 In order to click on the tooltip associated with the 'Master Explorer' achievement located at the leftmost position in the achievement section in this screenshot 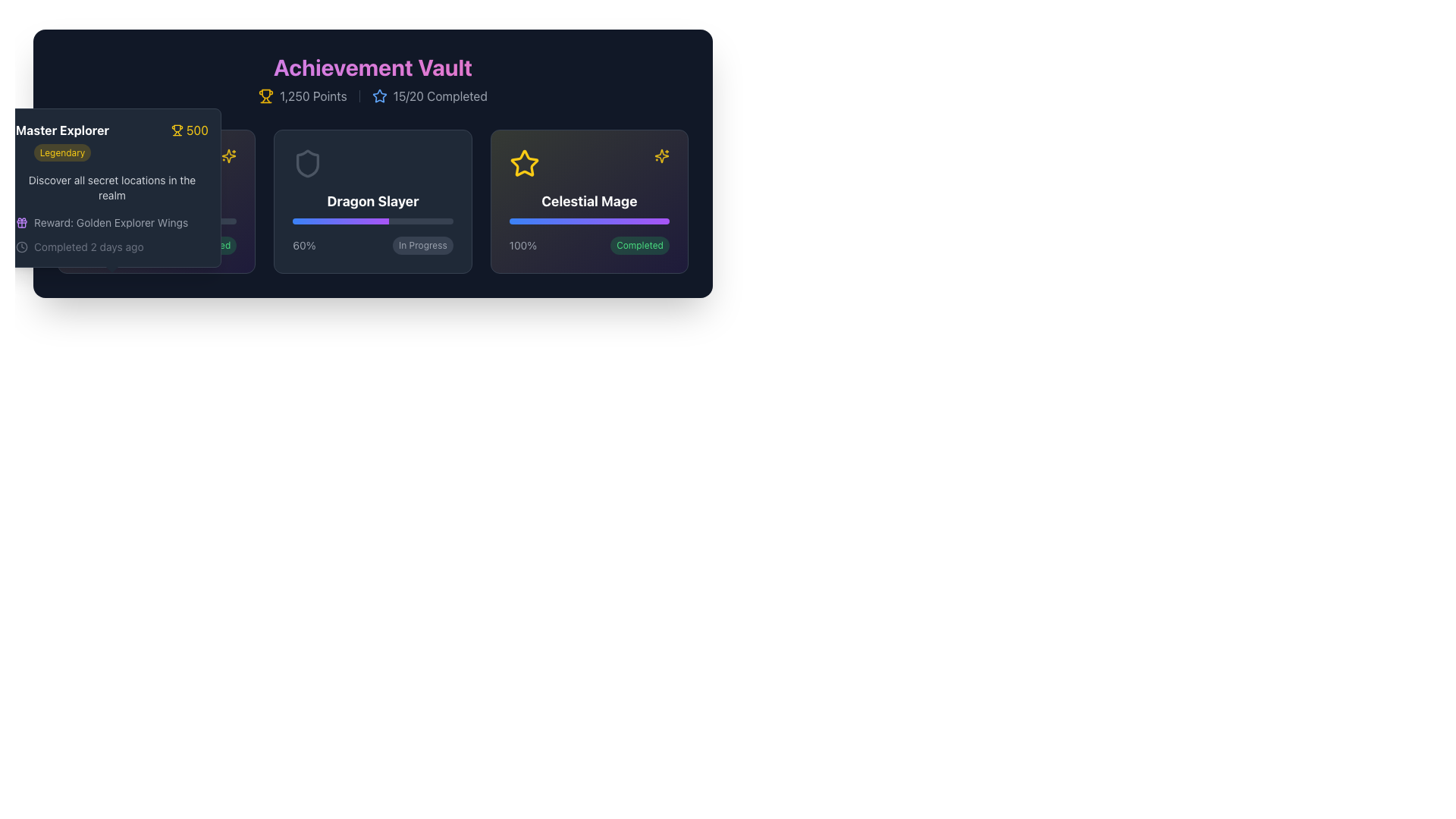, I will do `click(156, 201)`.